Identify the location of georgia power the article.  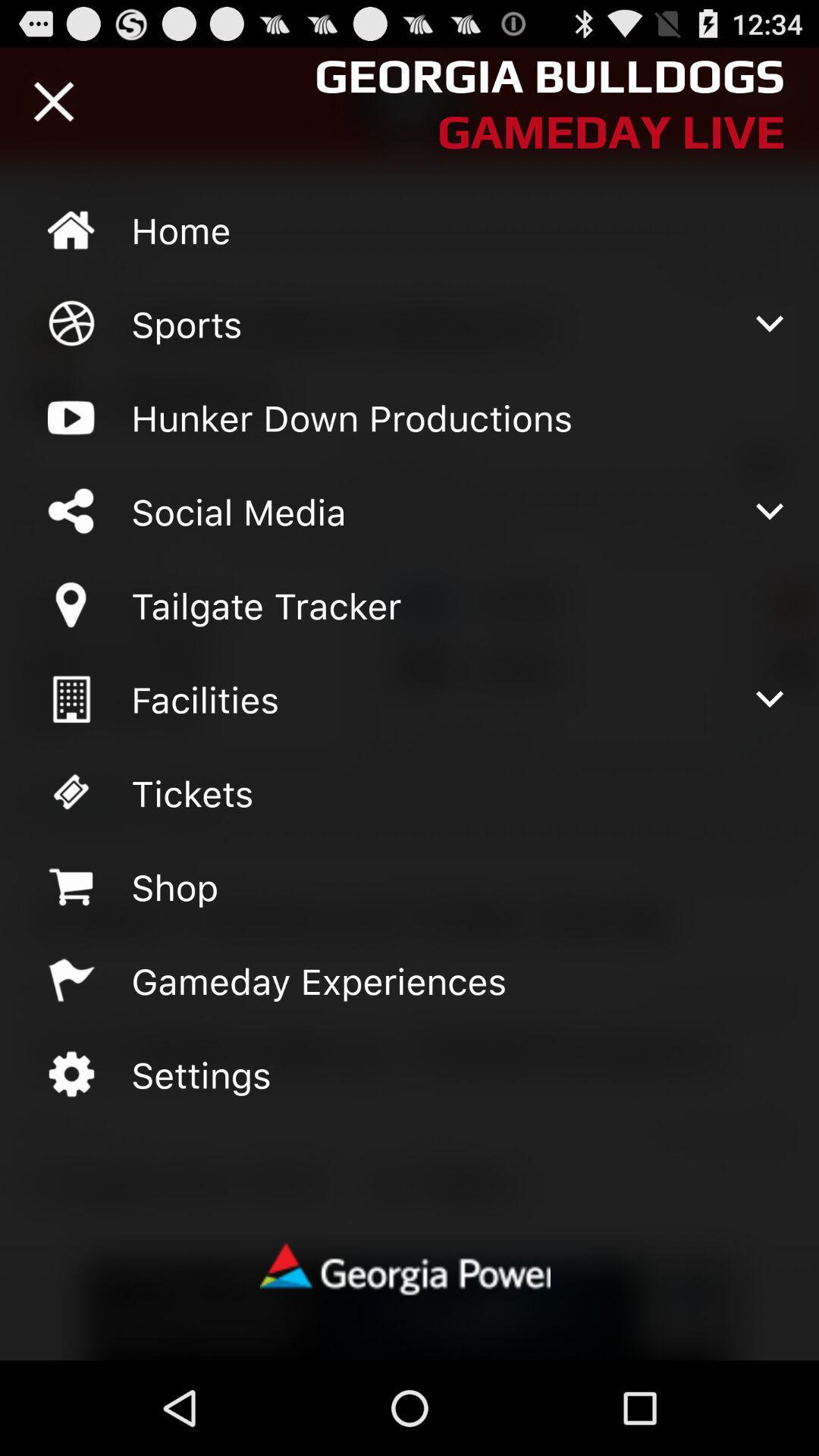
(408, 1270).